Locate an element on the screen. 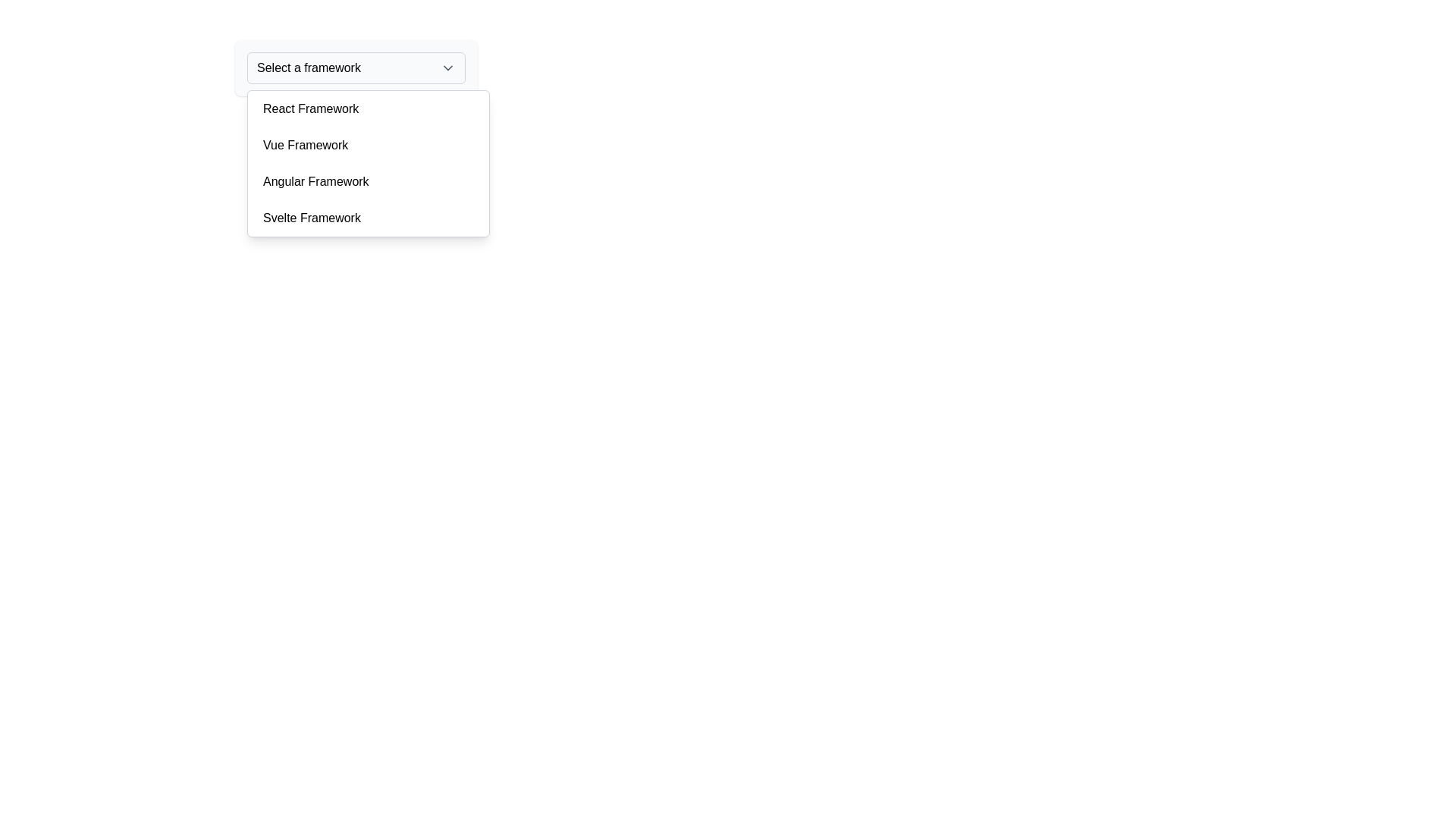 This screenshot has height=819, width=1456. the dropdown option labeled 'Vue Framework', which is the second option in the dropdown list, positioned between 'React Framework' and 'Angular Framework' is located at coordinates (368, 146).